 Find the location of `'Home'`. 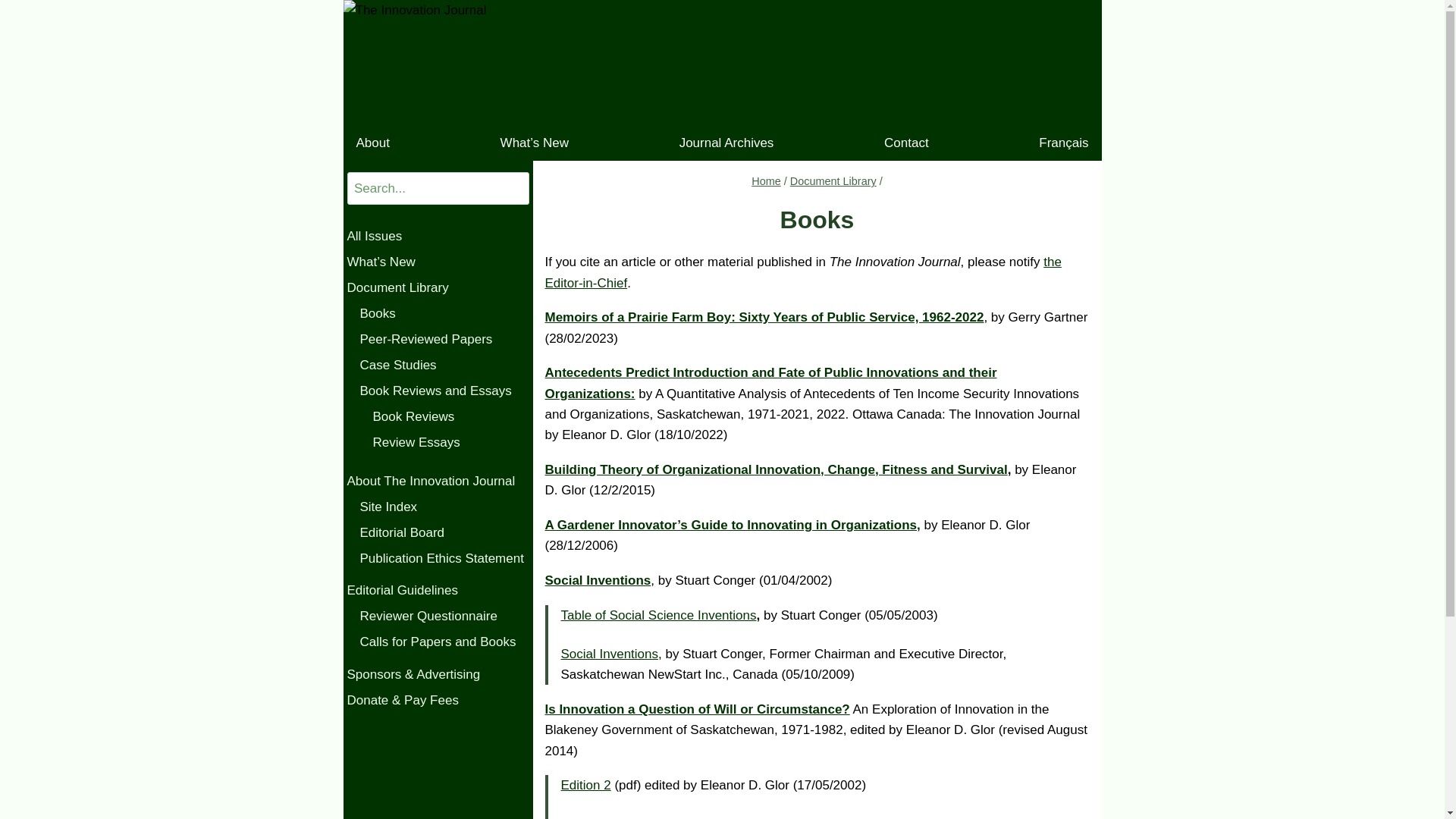

'Home' is located at coordinates (766, 180).